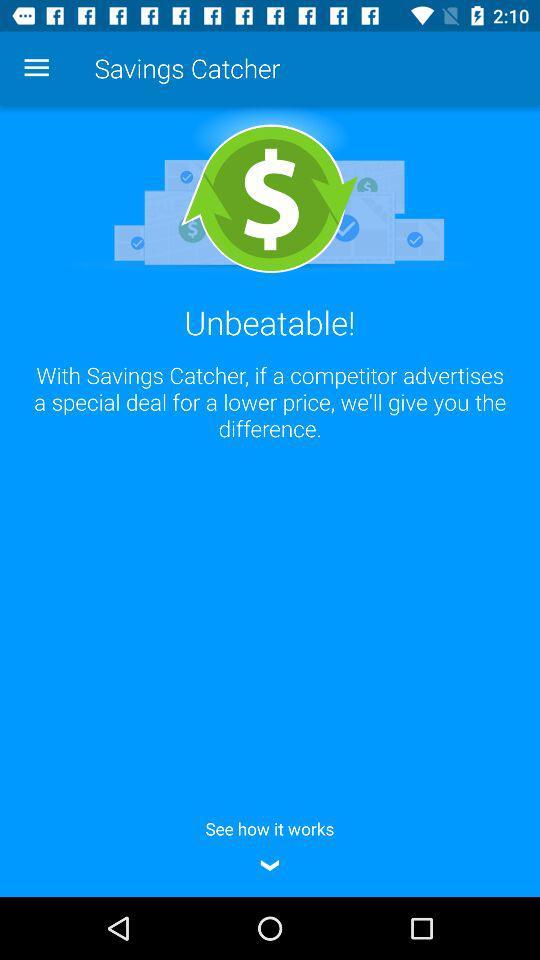 This screenshot has width=540, height=960. What do you see at coordinates (270, 842) in the screenshot?
I see `the see how it item` at bounding box center [270, 842].